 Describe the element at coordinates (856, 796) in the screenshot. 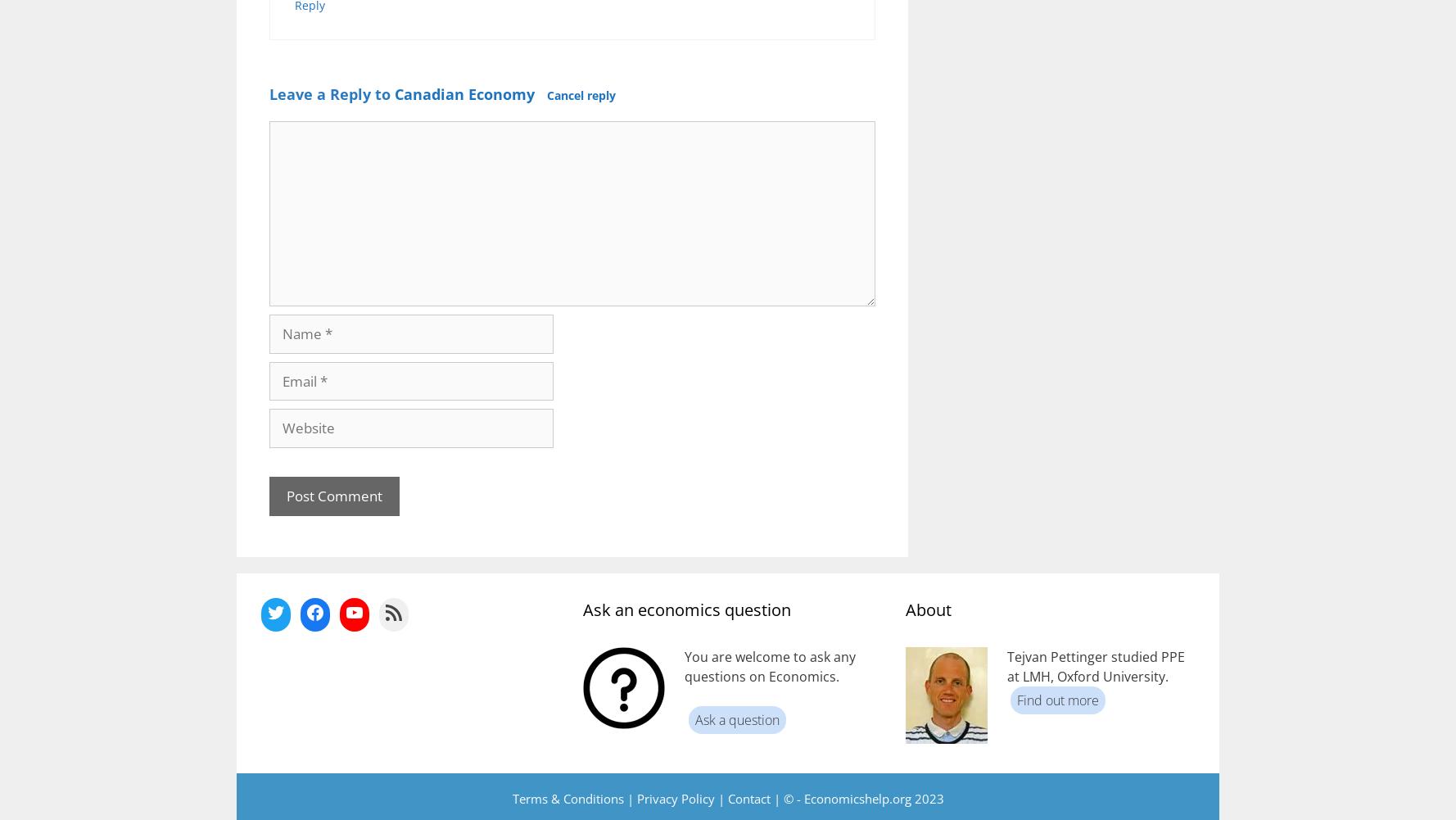

I see `'| © - Economicshelp.org 2023'` at that location.